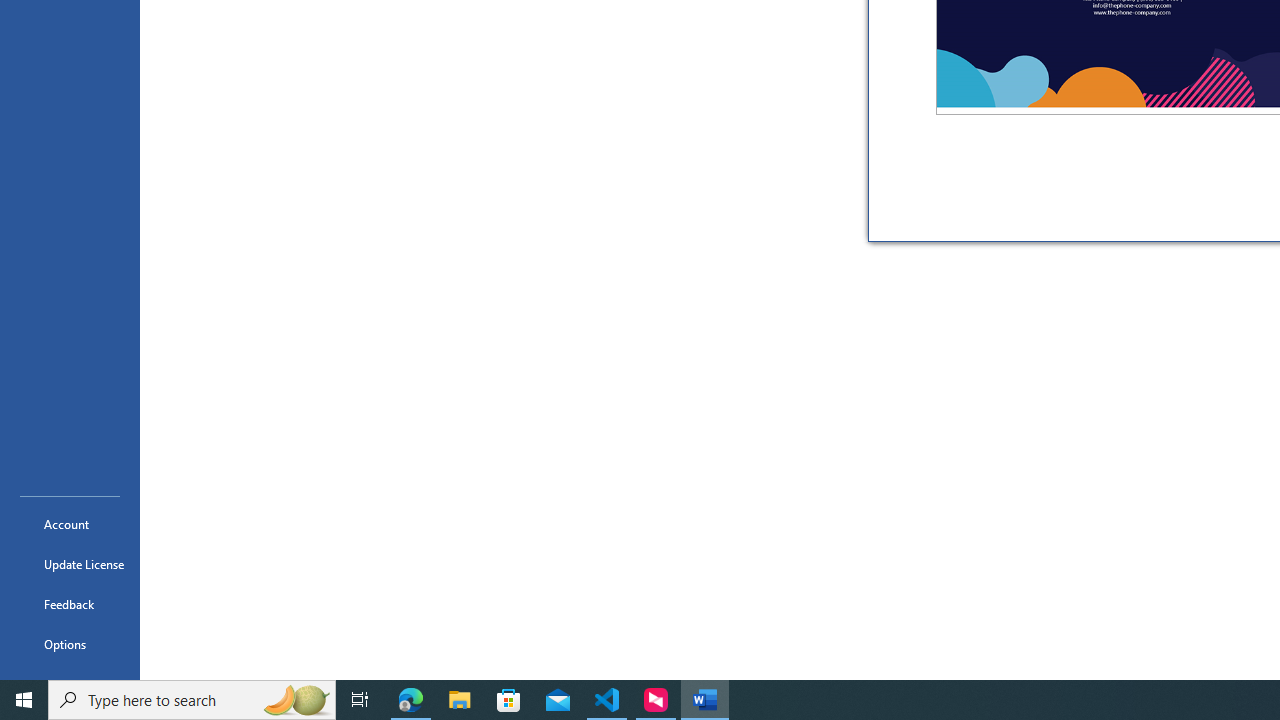 The image size is (1280, 720). What do you see at coordinates (69, 523) in the screenshot?
I see `'Account'` at bounding box center [69, 523].